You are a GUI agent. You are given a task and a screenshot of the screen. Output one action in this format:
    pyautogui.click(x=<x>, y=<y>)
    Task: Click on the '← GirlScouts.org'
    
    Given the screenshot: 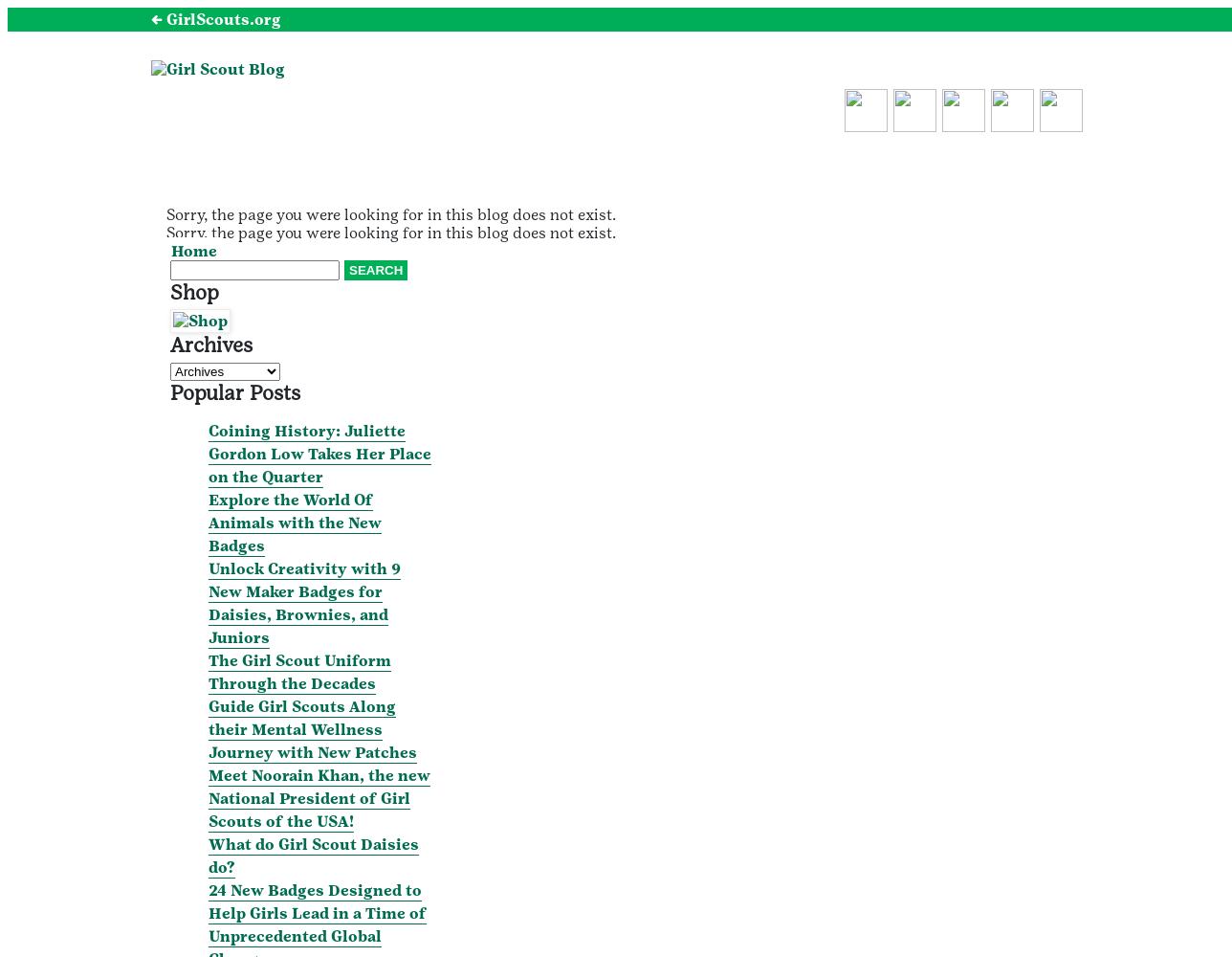 What is the action you would take?
    pyautogui.click(x=216, y=19)
    